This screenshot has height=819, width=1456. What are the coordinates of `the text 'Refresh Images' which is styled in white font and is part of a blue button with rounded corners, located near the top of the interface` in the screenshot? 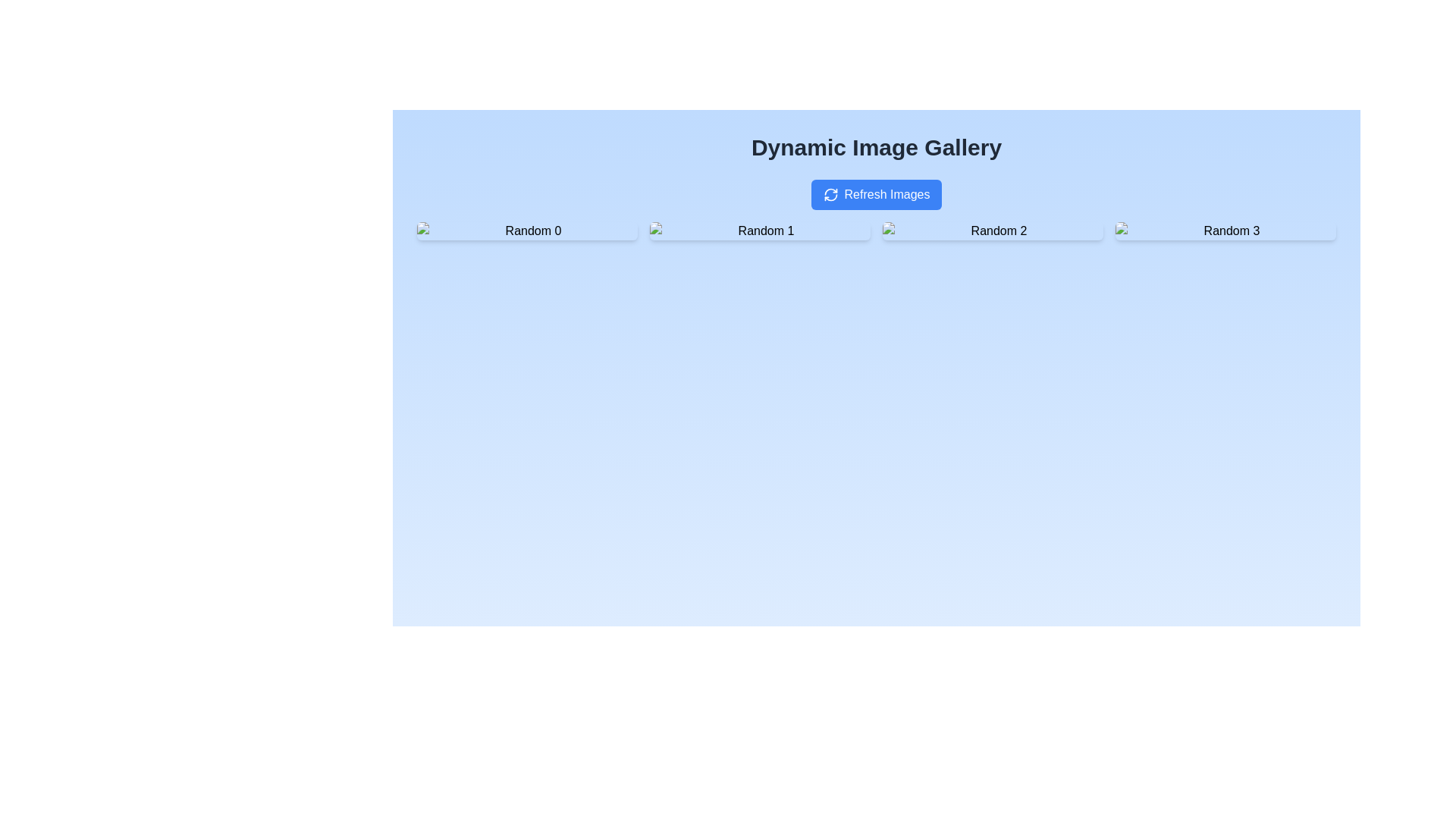 It's located at (887, 194).